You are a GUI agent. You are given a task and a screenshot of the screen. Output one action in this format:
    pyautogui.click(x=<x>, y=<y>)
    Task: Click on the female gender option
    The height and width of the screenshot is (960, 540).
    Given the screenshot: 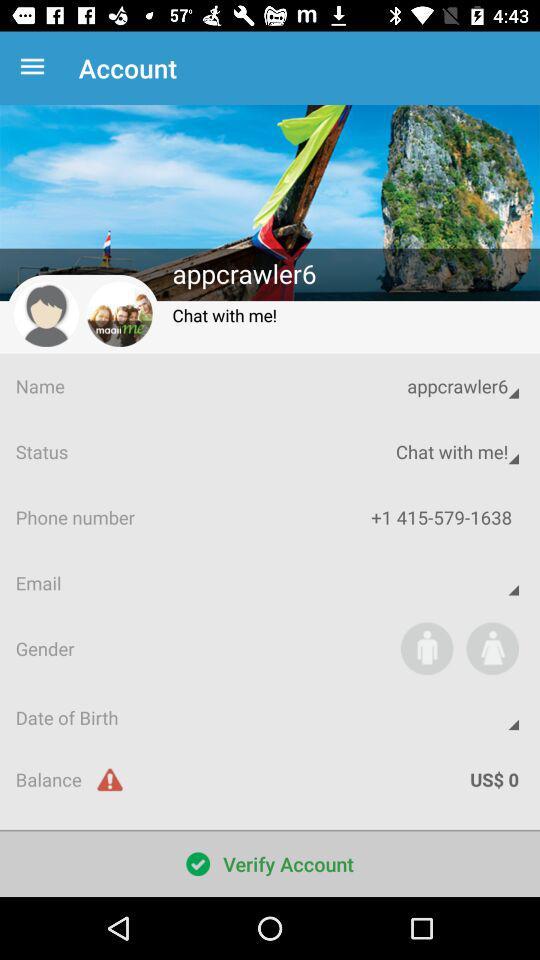 What is the action you would take?
    pyautogui.click(x=491, y=647)
    